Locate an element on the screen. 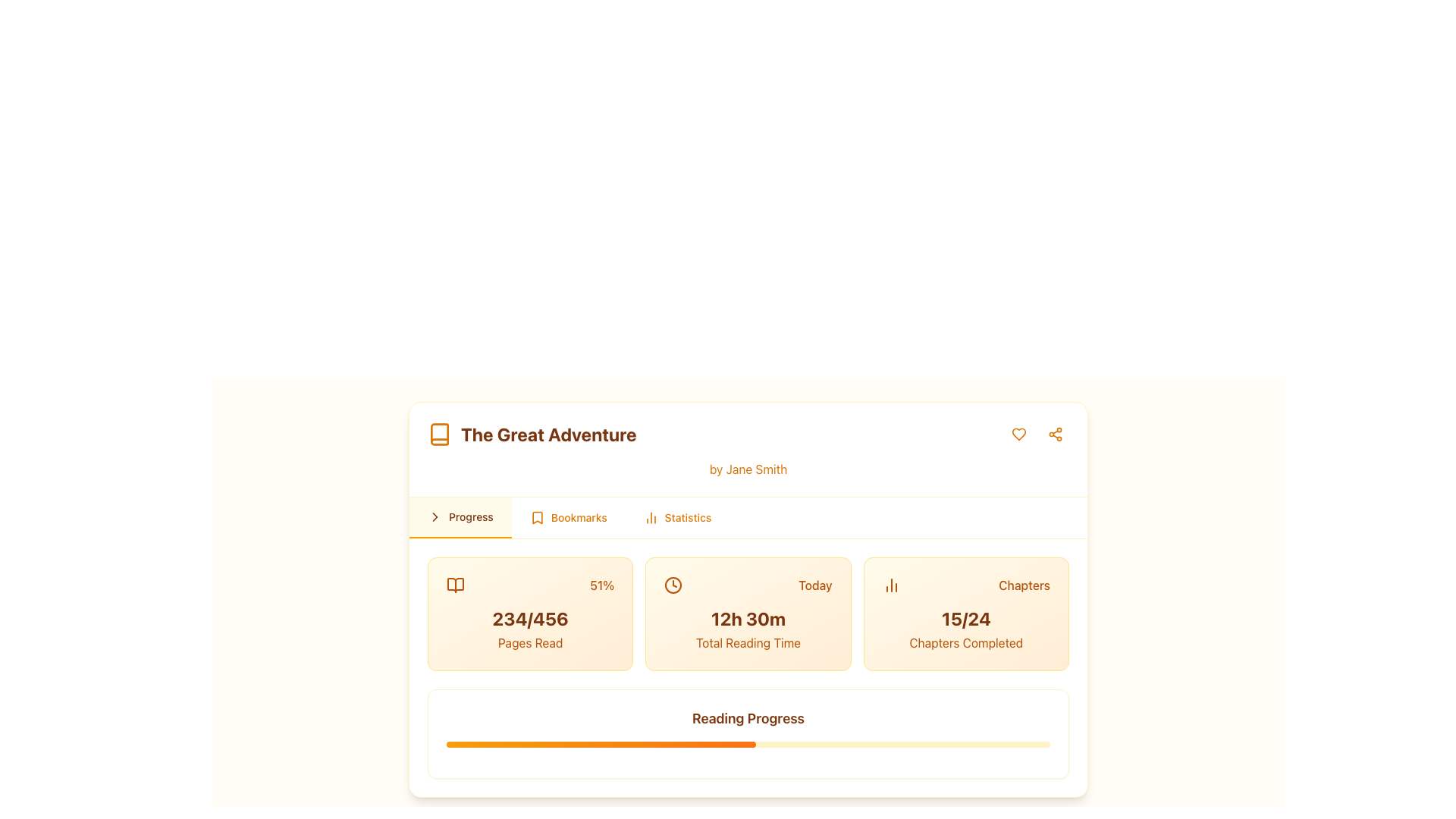 The image size is (1456, 819). the share button located at the top-right corner of the card labeled 'The Great Adventure' to share the content is located at coordinates (1055, 435).